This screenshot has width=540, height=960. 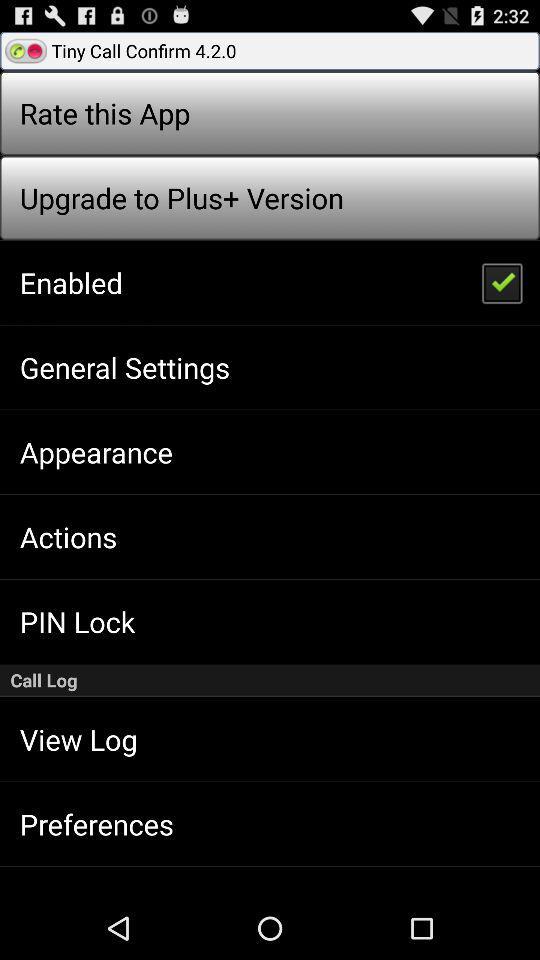 I want to click on icon to the right of the enabled app, so click(x=500, y=281).